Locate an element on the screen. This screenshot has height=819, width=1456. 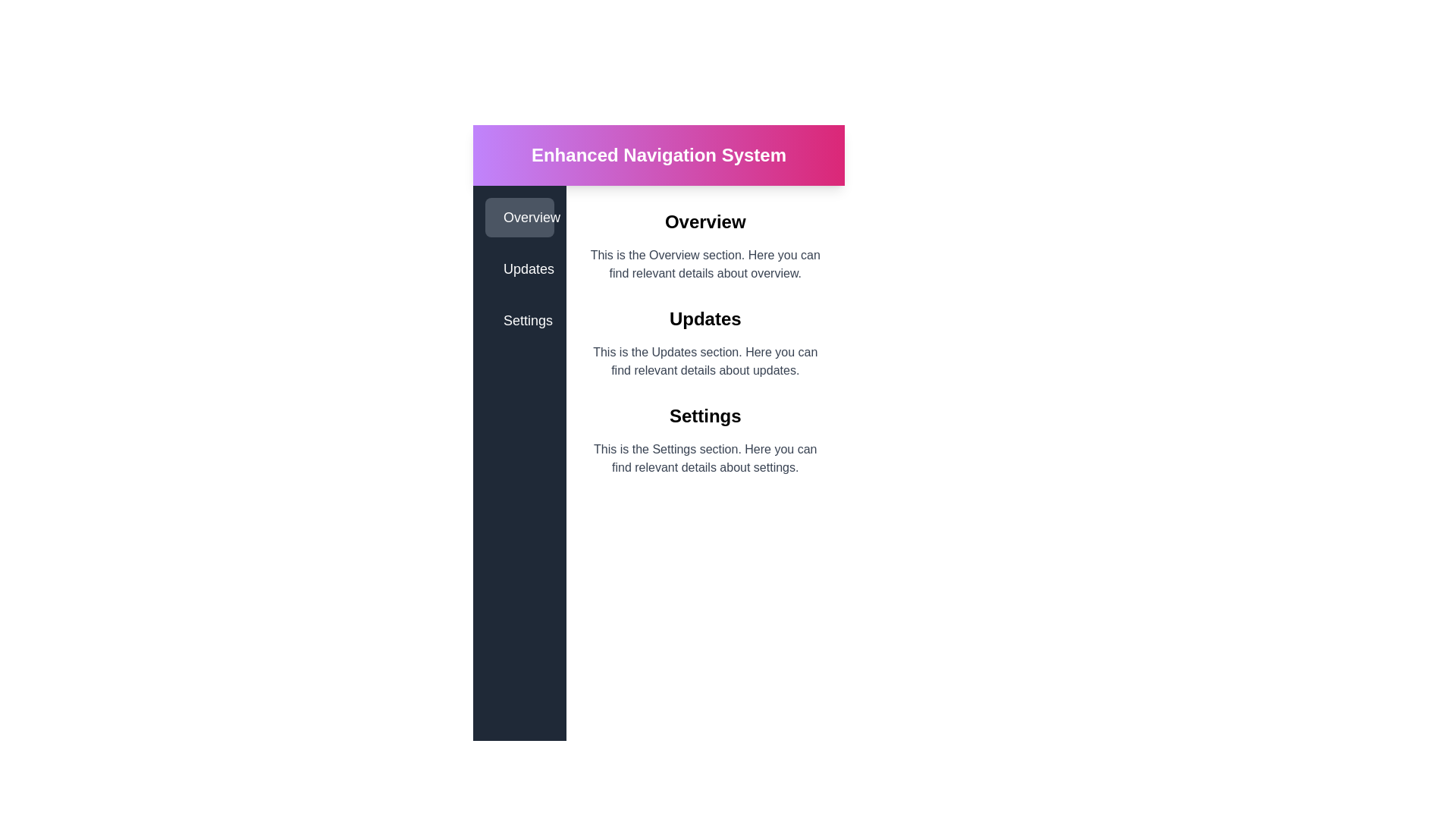
the navigation link labeled 'Updates', which is the second item in the vertical menu on the left sidebar is located at coordinates (519, 268).